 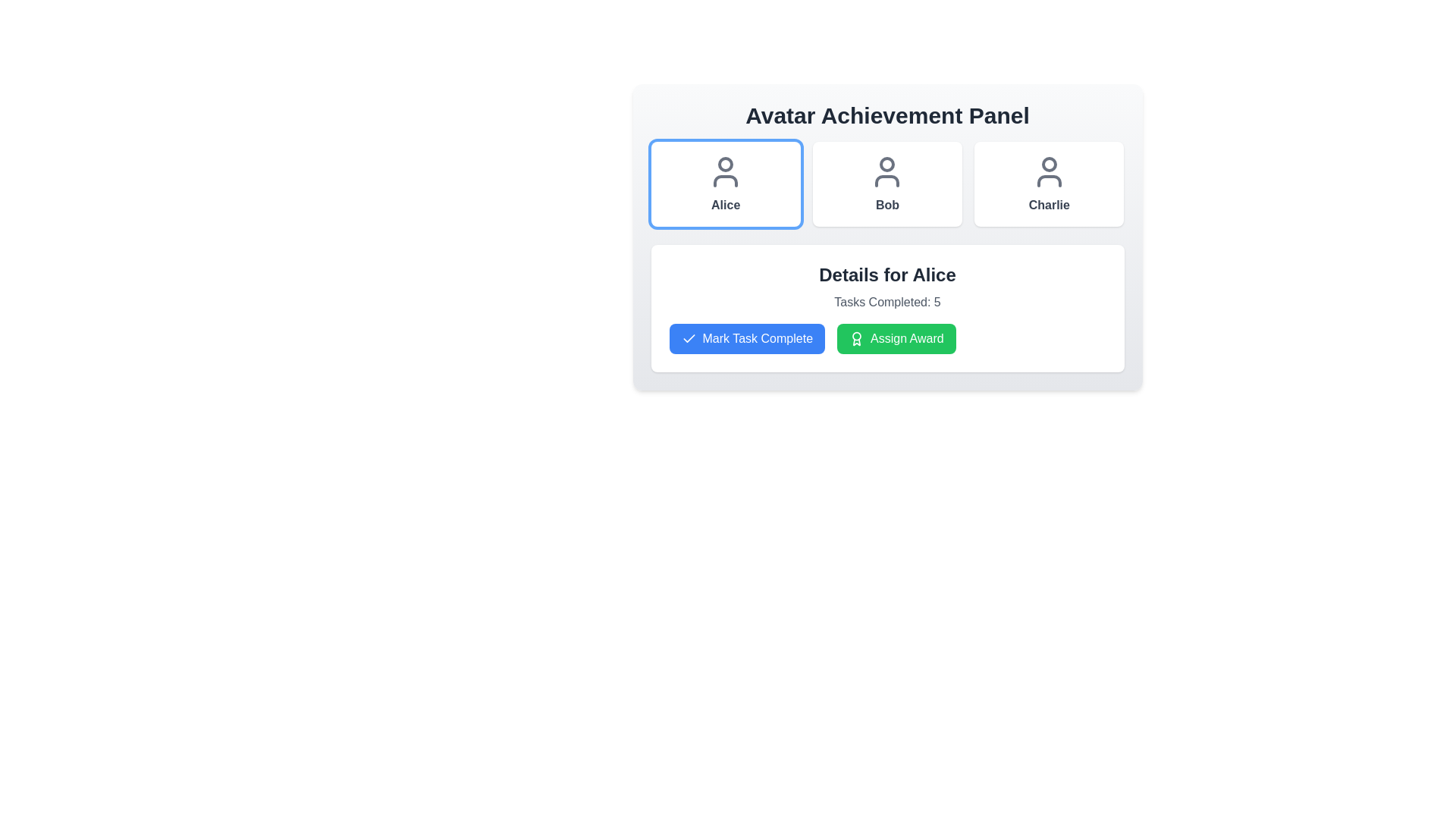 What do you see at coordinates (1048, 171) in the screenshot?
I see `the user icon representing 'Charlie' located in the third card from the left in the top row of the layout` at bounding box center [1048, 171].